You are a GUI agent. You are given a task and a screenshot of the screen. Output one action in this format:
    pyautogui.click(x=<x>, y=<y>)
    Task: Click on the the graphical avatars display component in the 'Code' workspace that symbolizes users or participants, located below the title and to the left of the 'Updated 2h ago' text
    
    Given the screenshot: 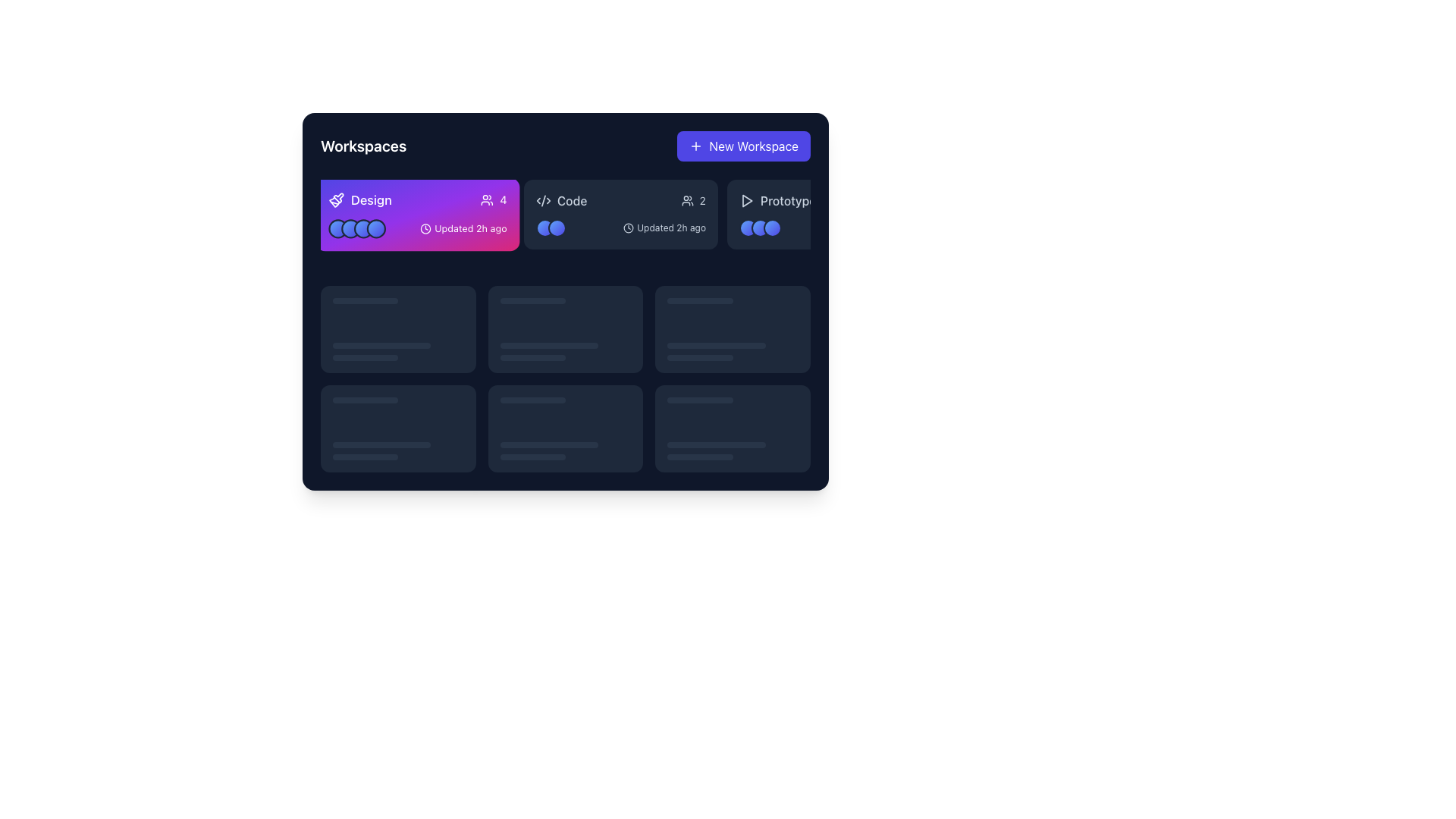 What is the action you would take?
    pyautogui.click(x=550, y=227)
    